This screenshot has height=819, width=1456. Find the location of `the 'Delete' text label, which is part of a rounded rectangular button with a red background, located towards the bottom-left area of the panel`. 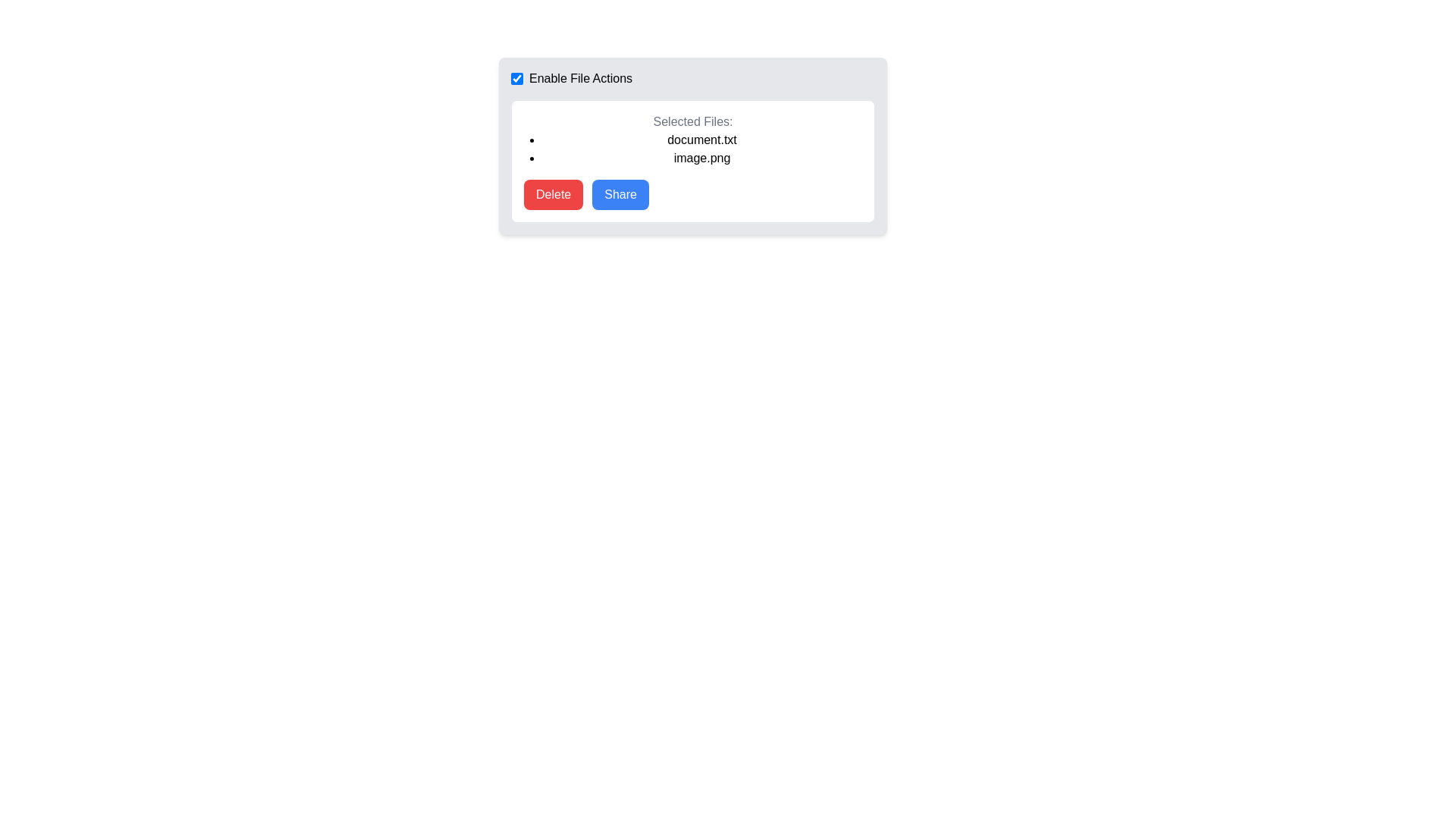

the 'Delete' text label, which is part of a rounded rectangular button with a red background, located towards the bottom-left area of the panel is located at coordinates (553, 194).